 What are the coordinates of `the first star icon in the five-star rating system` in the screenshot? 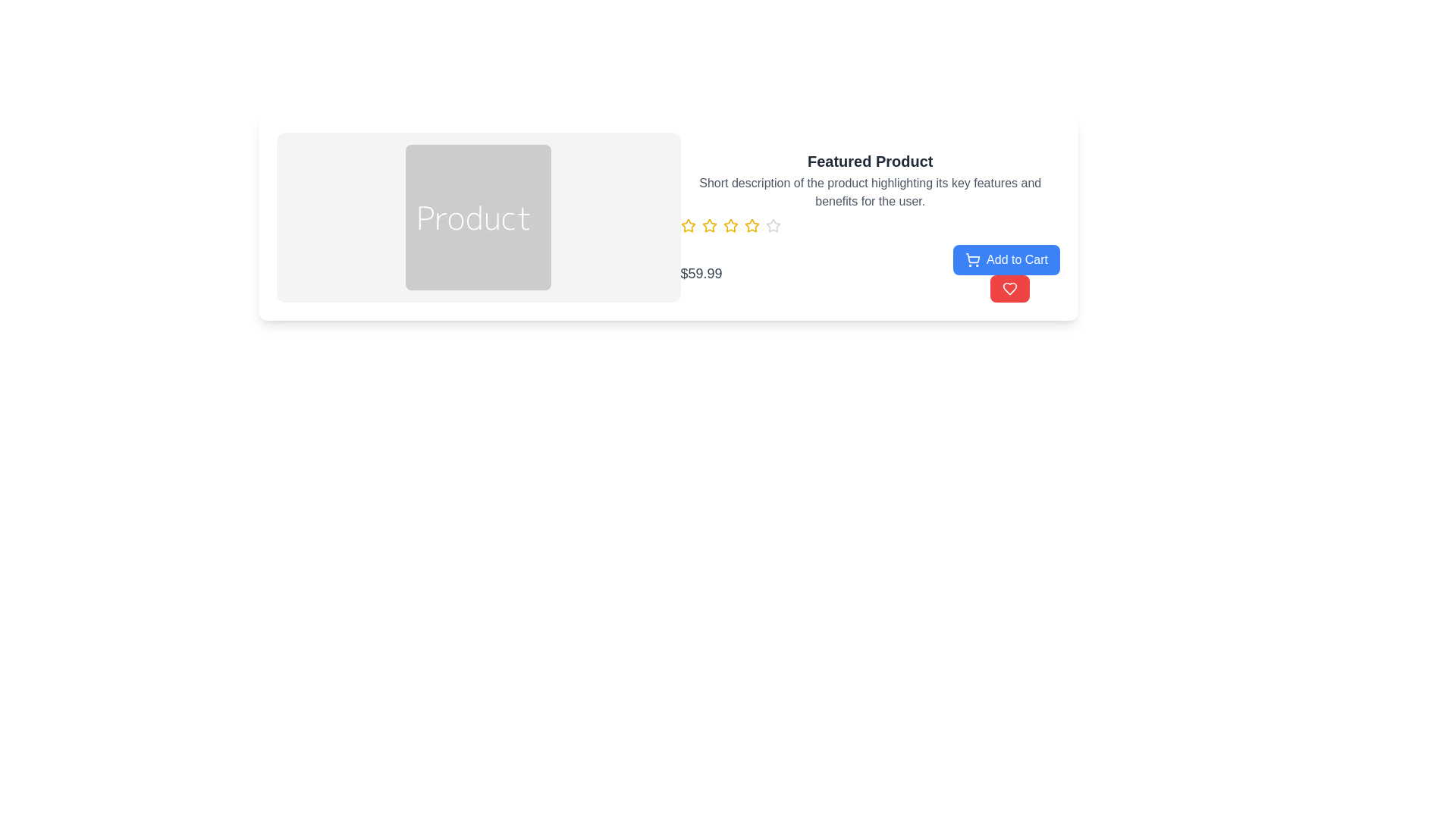 It's located at (687, 225).